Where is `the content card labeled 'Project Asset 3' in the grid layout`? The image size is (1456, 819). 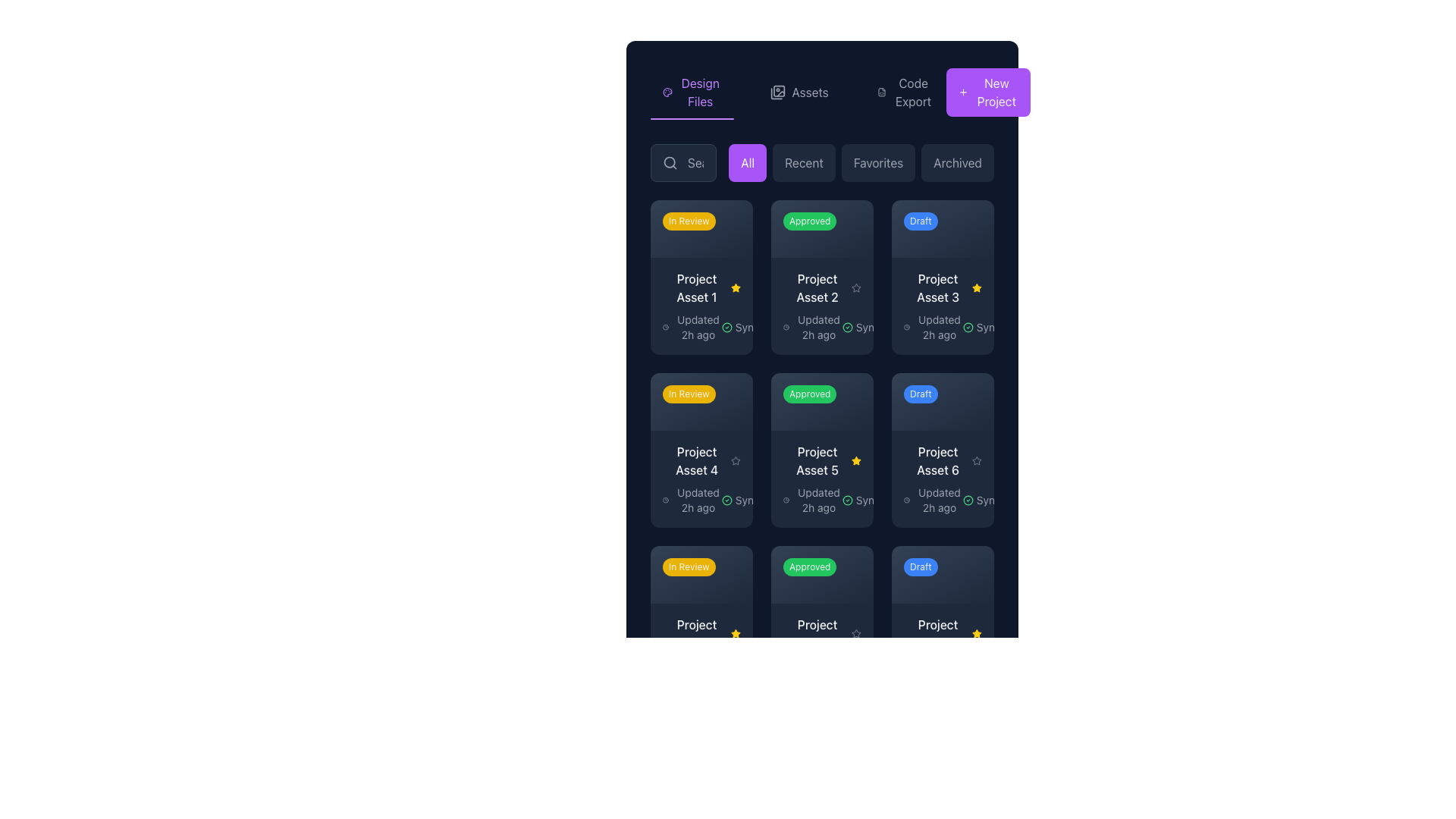
the content card labeled 'Project Asset 3' in the grid layout is located at coordinates (942, 278).